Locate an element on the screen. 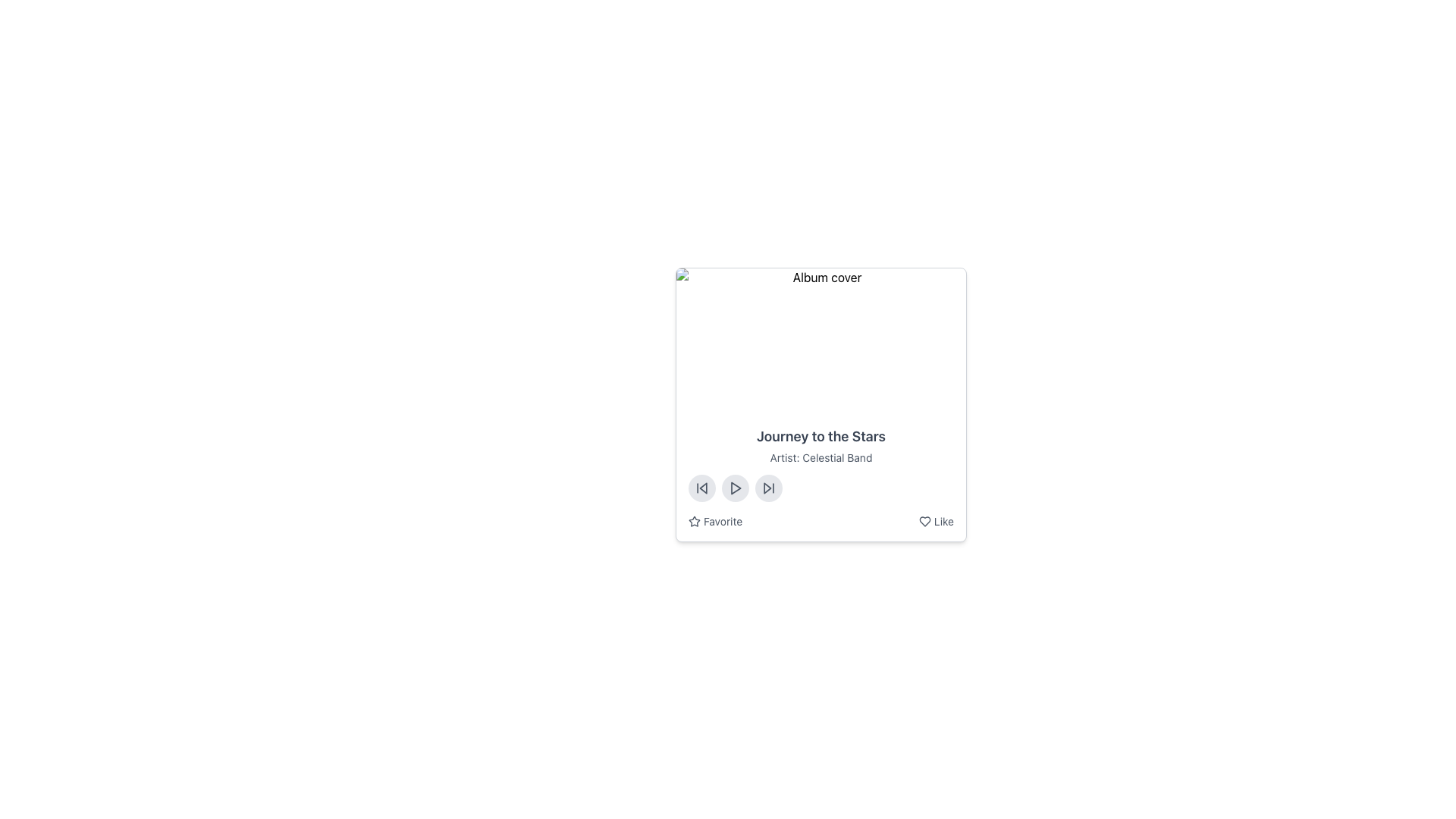 The image size is (1456, 819). the 'Favorite' button, which is a small interactive component with an outlined star icon and the text 'Favorite' that changes color to blue on hover is located at coordinates (714, 520).